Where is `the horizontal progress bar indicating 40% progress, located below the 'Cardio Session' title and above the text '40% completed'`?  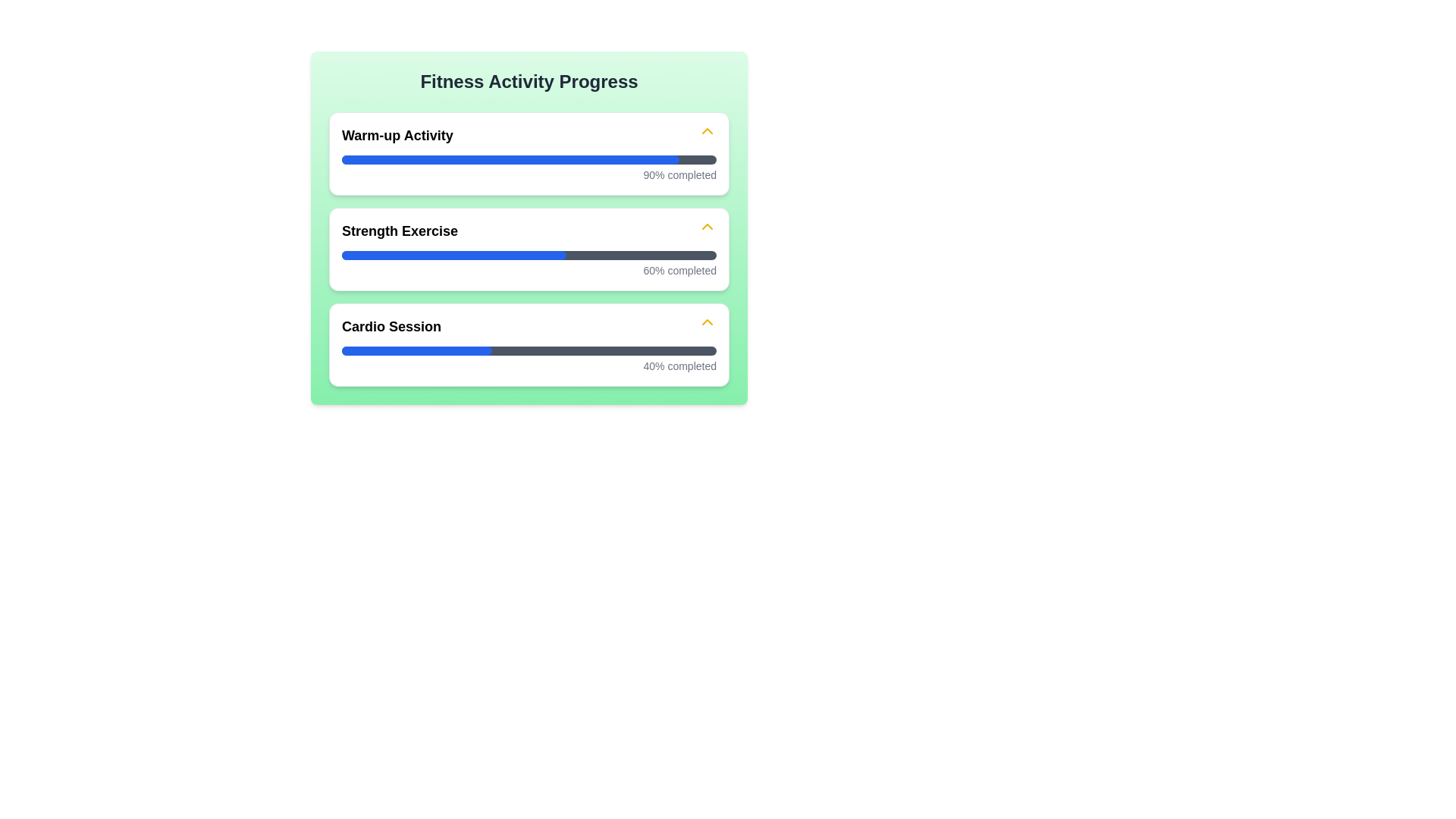
the horizontal progress bar indicating 40% progress, located below the 'Cardio Session' title and above the text '40% completed' is located at coordinates (529, 350).